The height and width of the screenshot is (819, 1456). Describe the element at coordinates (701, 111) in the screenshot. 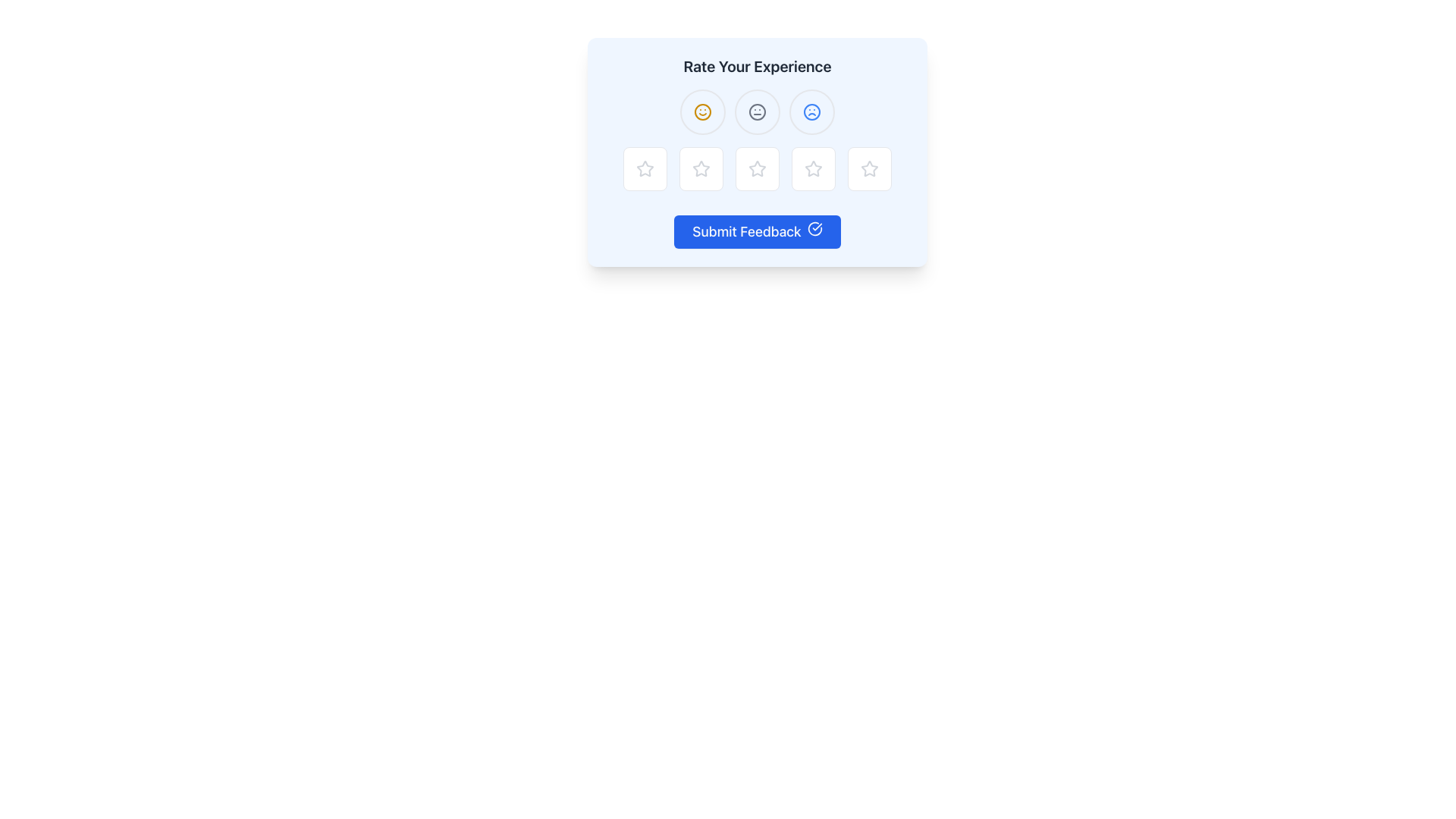

I see `the non-interactive SVG graphical circle that forms the outer shape of the leftmost smiley face icon in the row of three icons at the top of the feedback interface` at that location.